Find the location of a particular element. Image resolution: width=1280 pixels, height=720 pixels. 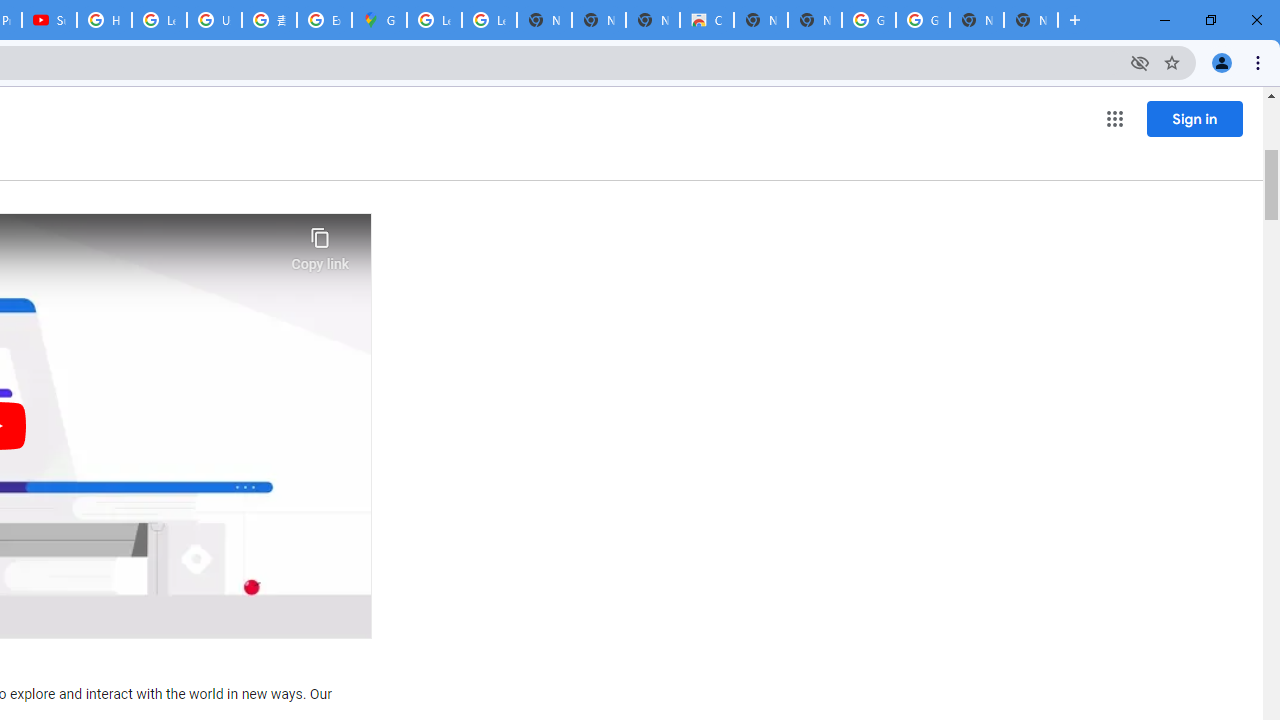

'Bookmark this tab' is located at coordinates (1171, 61).